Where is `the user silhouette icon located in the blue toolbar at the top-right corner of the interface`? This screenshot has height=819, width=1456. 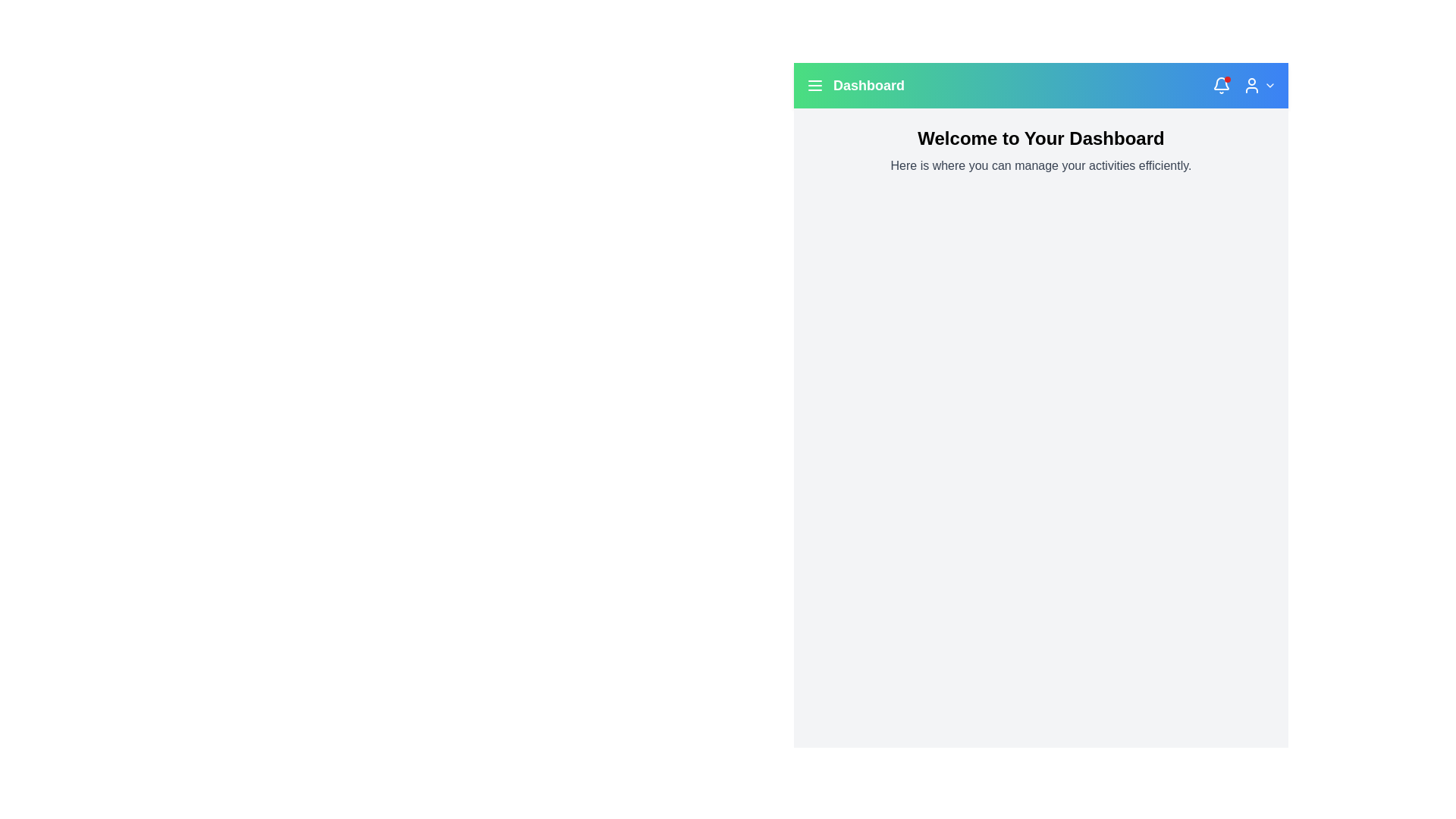 the user silhouette icon located in the blue toolbar at the top-right corner of the interface is located at coordinates (1252, 85).